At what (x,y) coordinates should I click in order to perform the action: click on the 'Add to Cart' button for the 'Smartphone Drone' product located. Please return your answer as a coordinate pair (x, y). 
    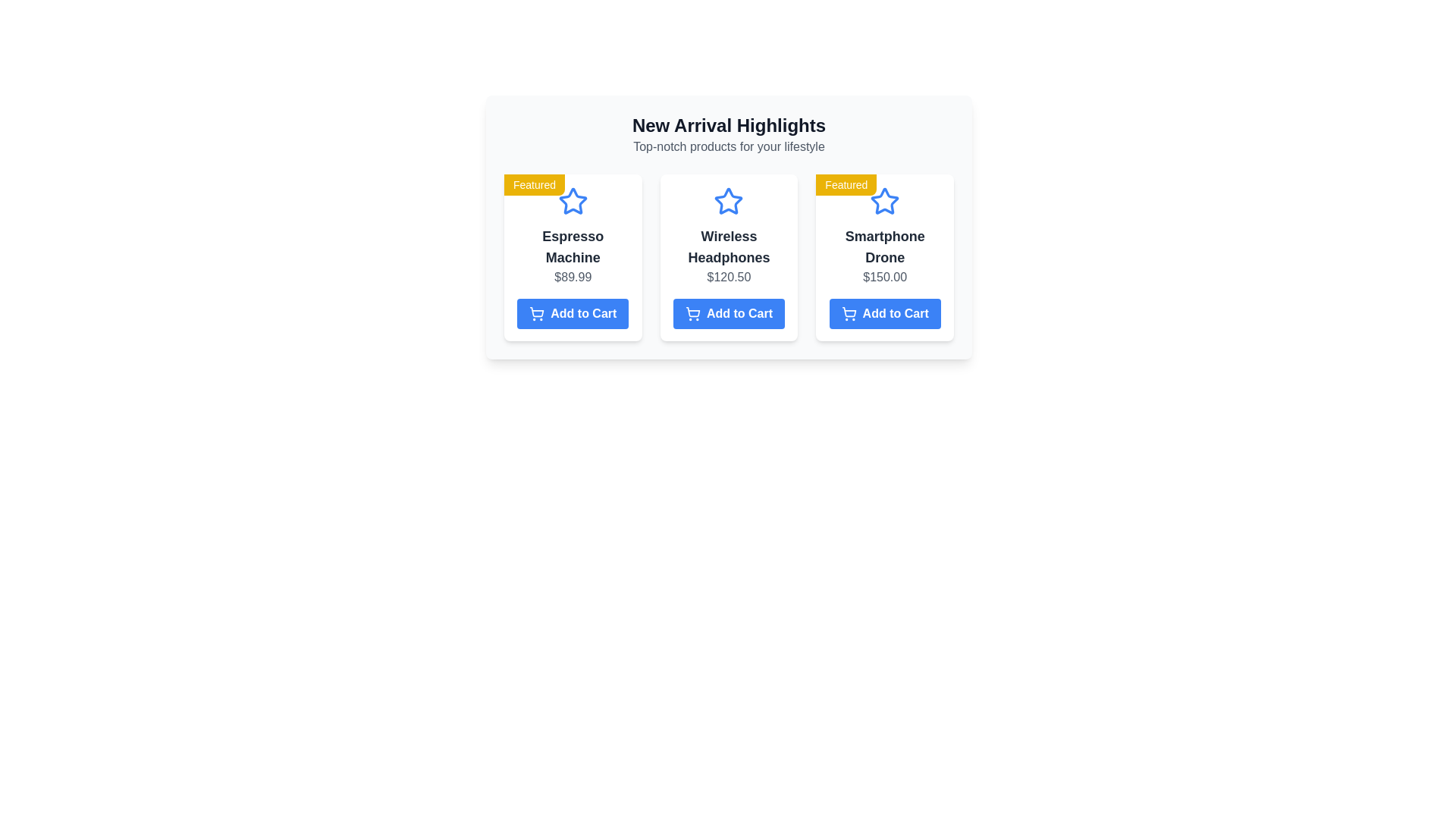
    Looking at the image, I should click on (885, 312).